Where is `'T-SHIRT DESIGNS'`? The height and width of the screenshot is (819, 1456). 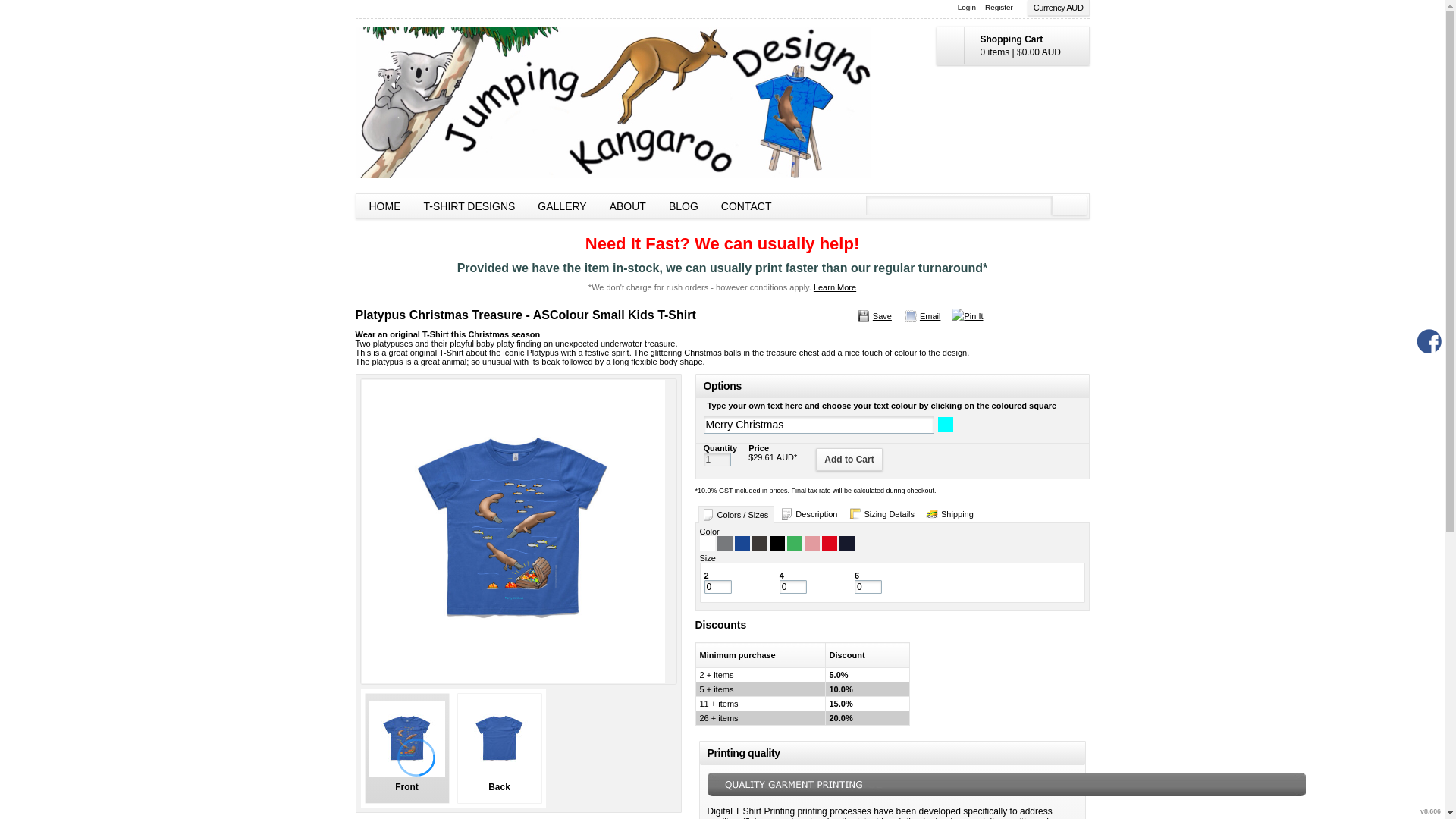 'T-SHIRT DESIGNS' is located at coordinates (469, 206).